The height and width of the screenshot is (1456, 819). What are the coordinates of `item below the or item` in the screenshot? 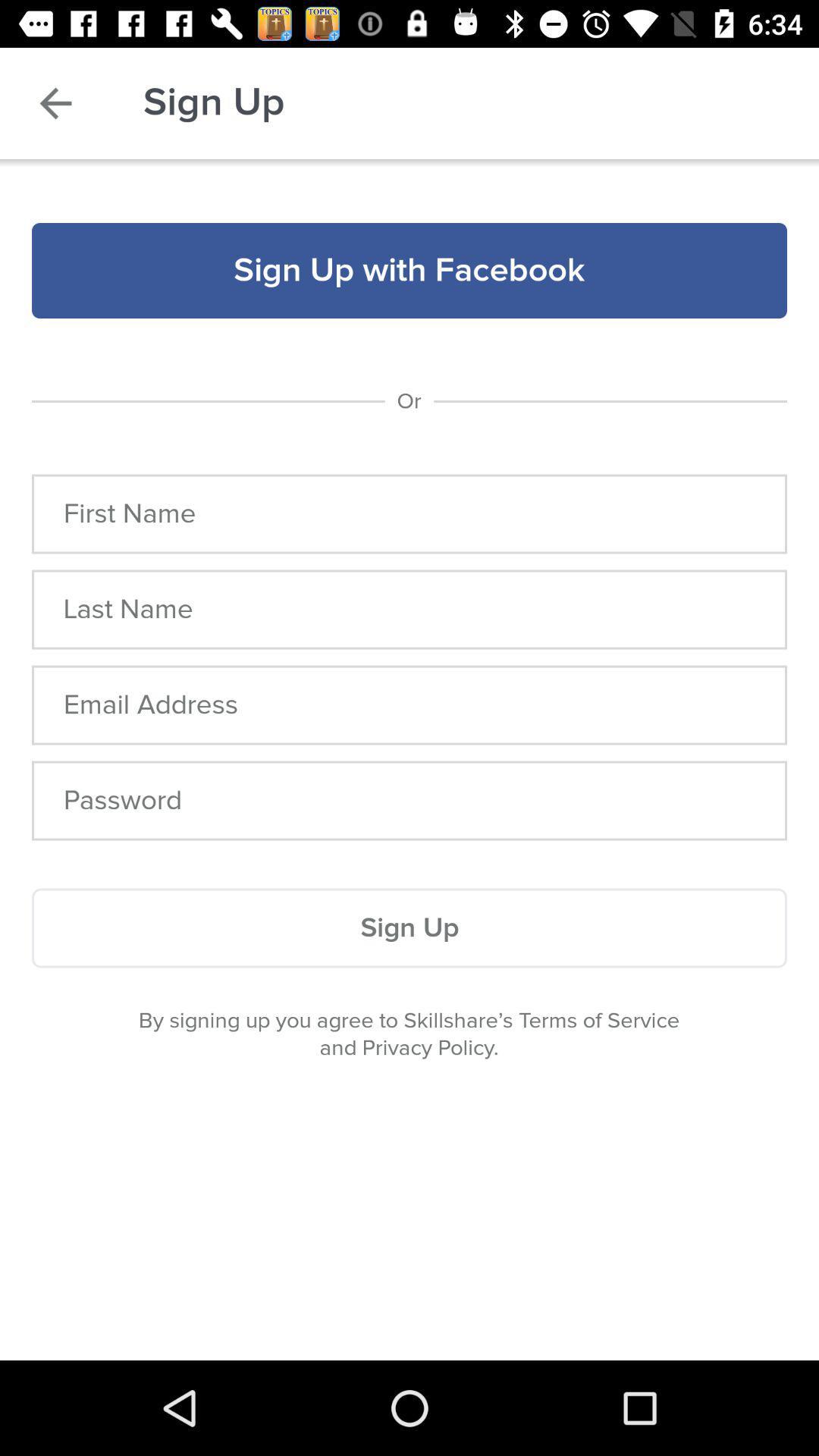 It's located at (409, 513).